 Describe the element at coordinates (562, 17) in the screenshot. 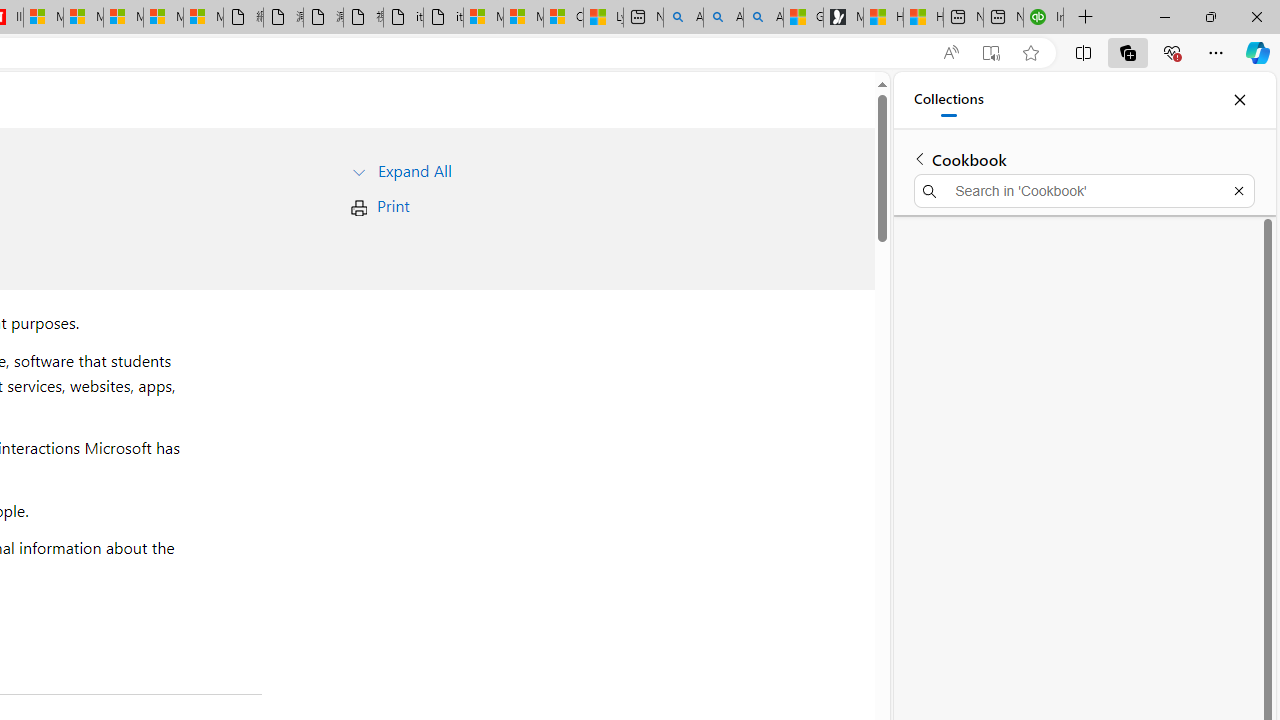

I see `'Consumer Health Data Privacy Policy'` at that location.